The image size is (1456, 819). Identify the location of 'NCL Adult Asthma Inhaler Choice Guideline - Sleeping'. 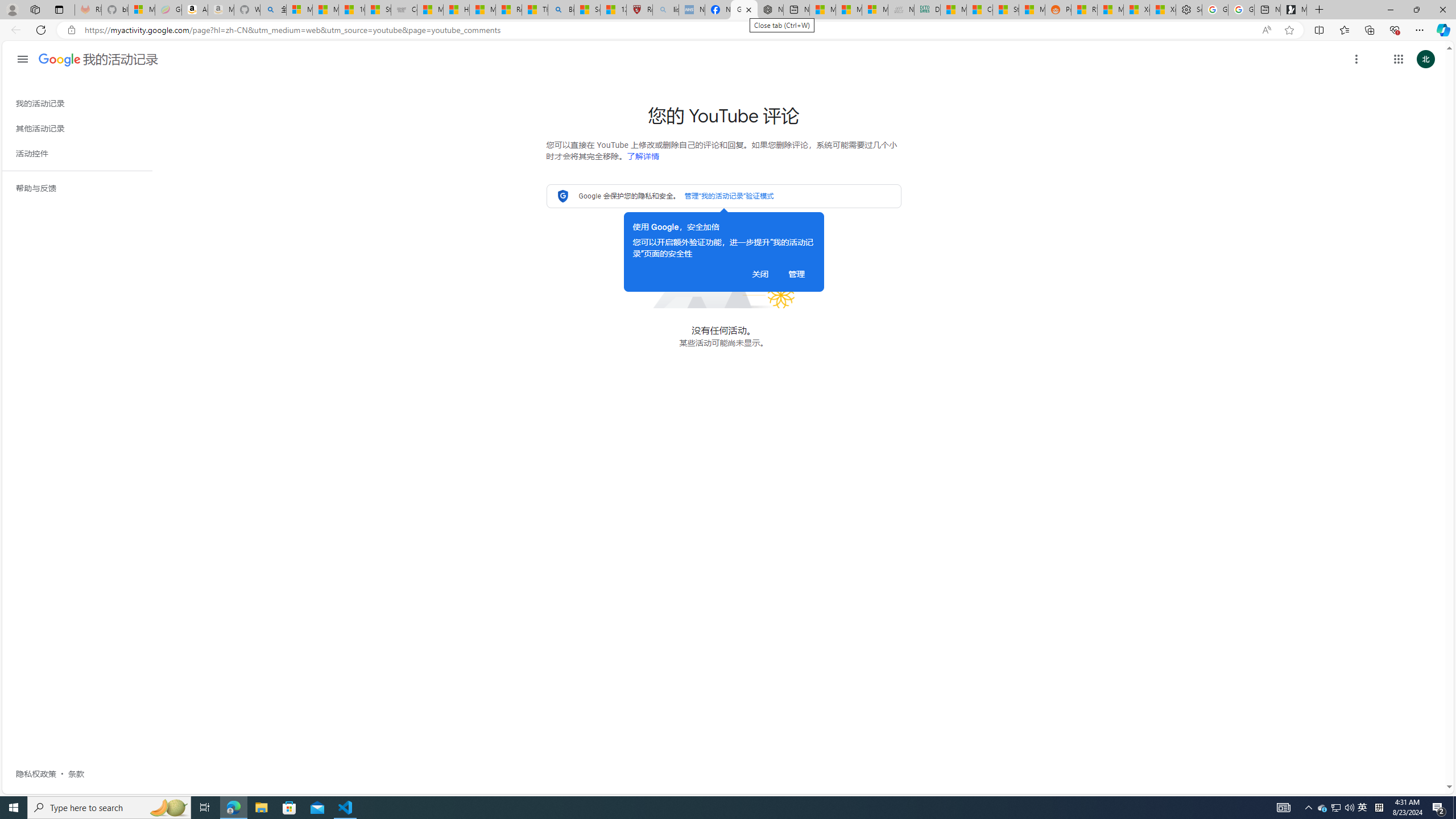
(692, 9).